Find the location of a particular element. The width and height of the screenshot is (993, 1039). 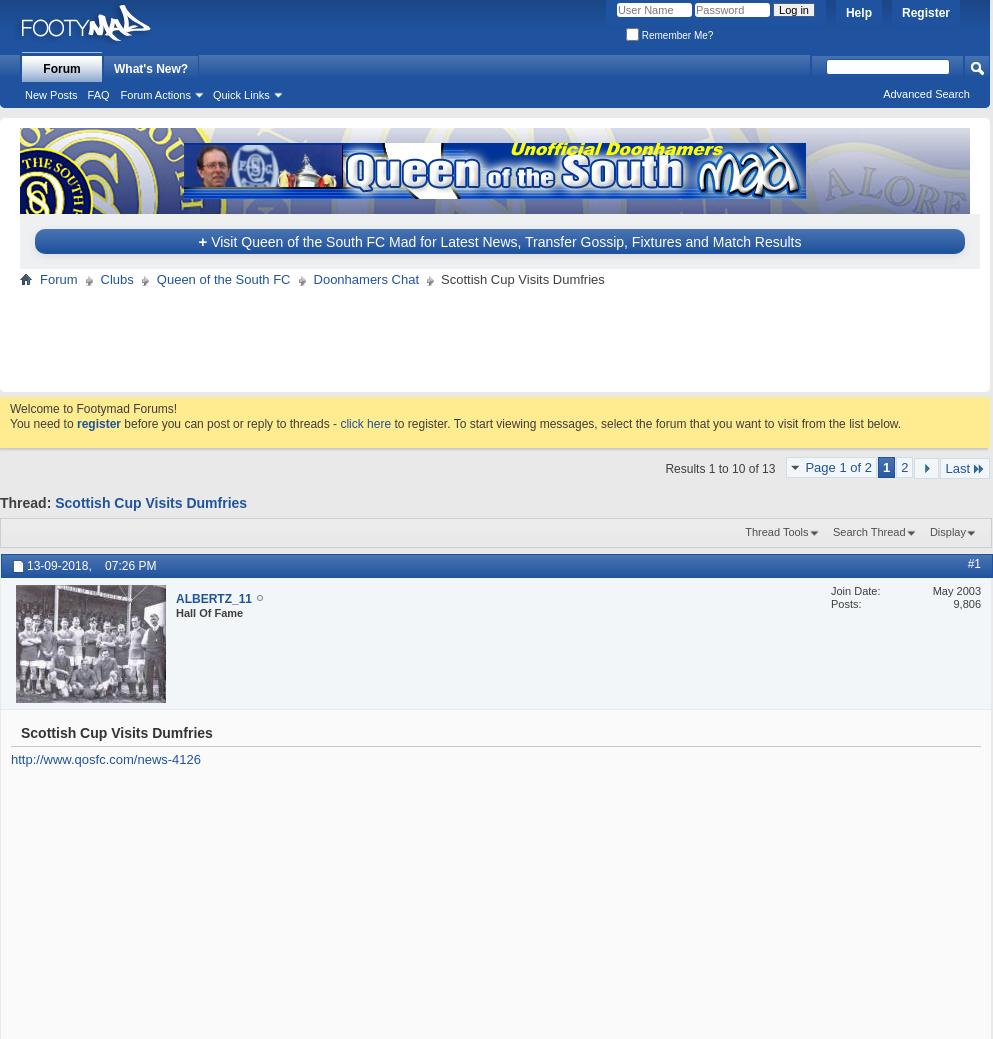

'Quick Links' is located at coordinates (239, 93).